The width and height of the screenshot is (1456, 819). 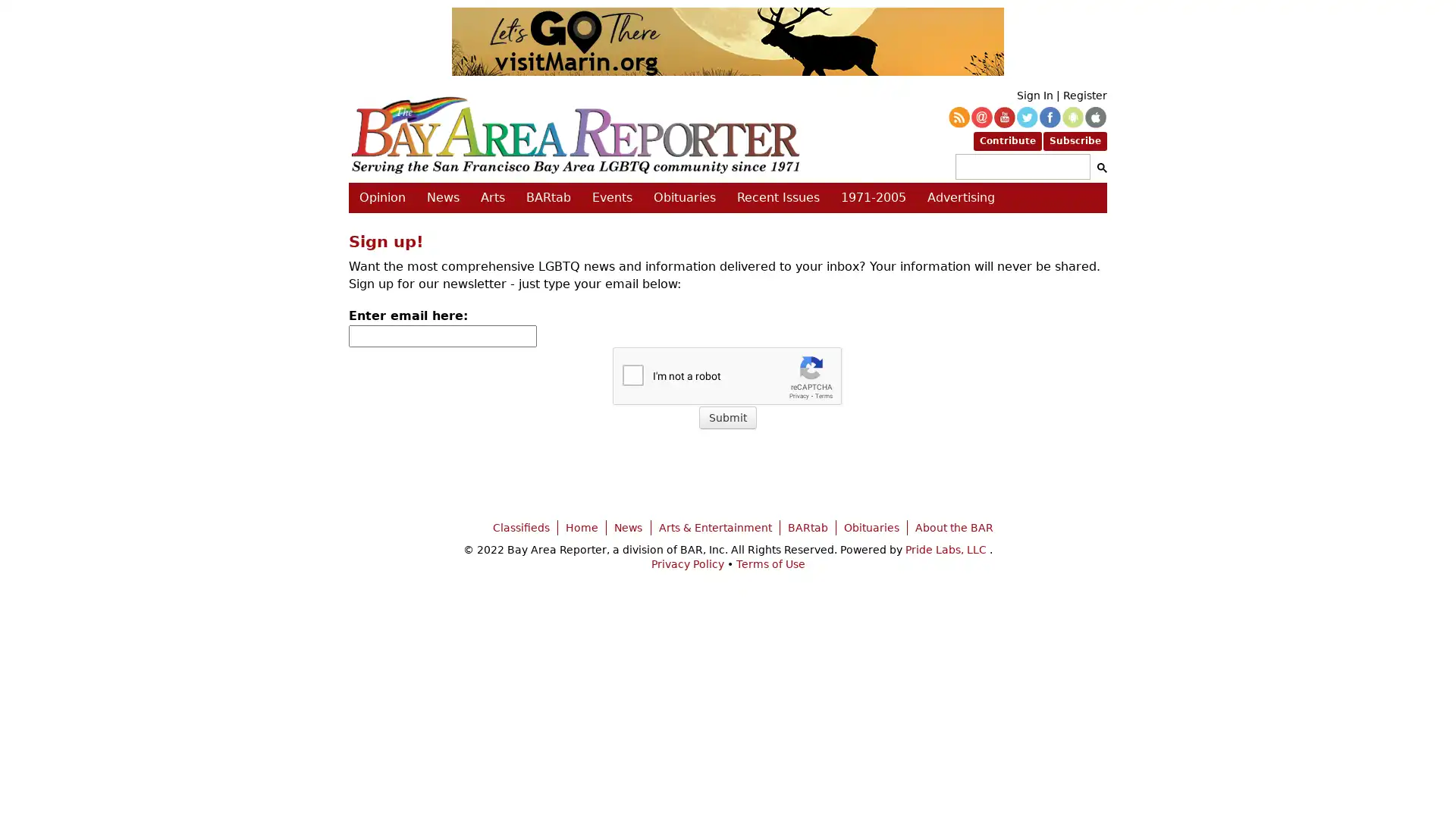 What do you see at coordinates (728, 418) in the screenshot?
I see `Submit` at bounding box center [728, 418].